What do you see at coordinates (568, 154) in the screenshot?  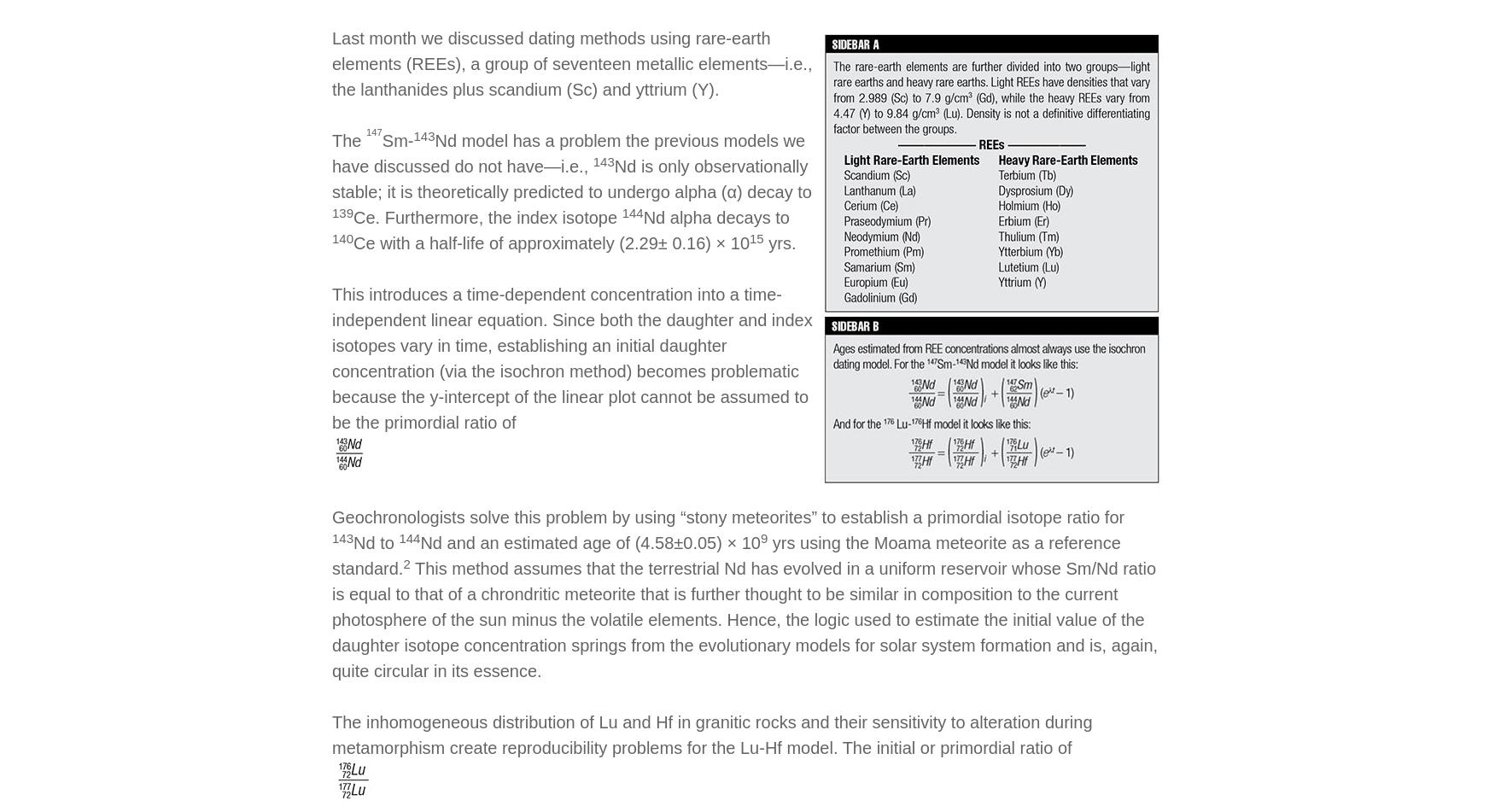 I see `'Nd model has a problem the previous models we have discussed do not have—i.e.,'` at bounding box center [568, 154].